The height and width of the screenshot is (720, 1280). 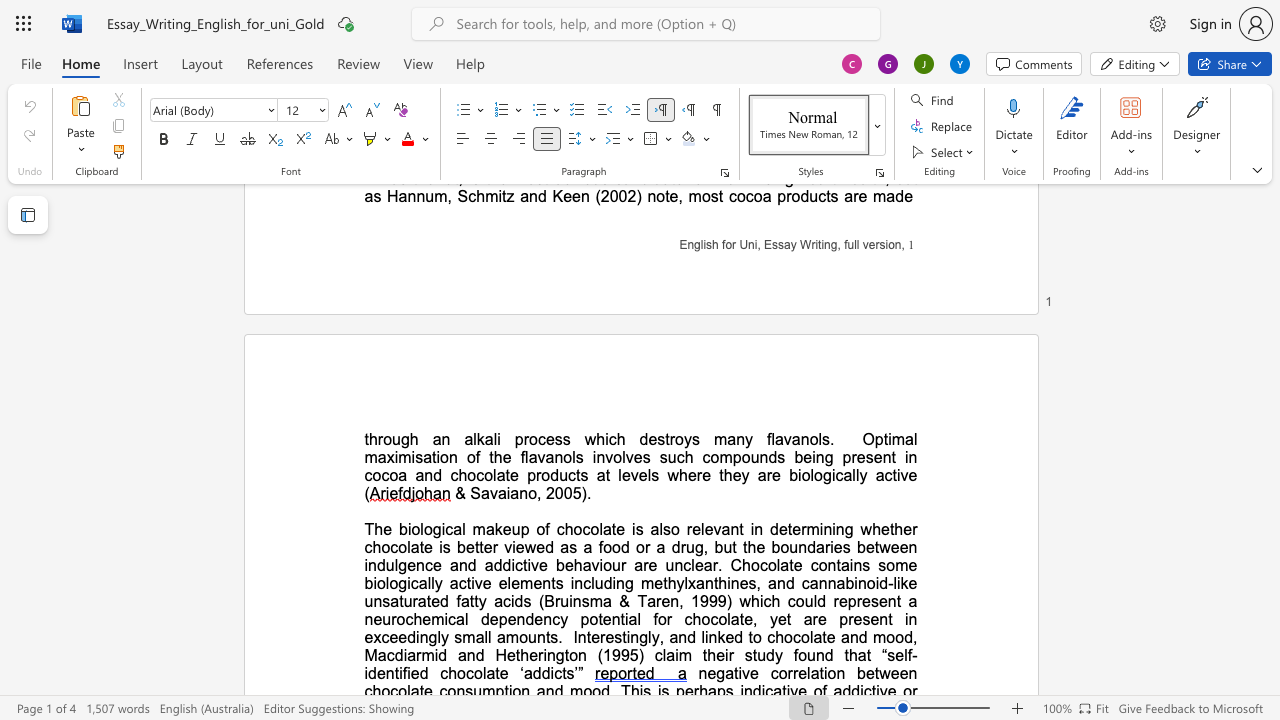 What do you see at coordinates (740, 475) in the screenshot?
I see `the space between the continuous character "e" and "y" in the text` at bounding box center [740, 475].